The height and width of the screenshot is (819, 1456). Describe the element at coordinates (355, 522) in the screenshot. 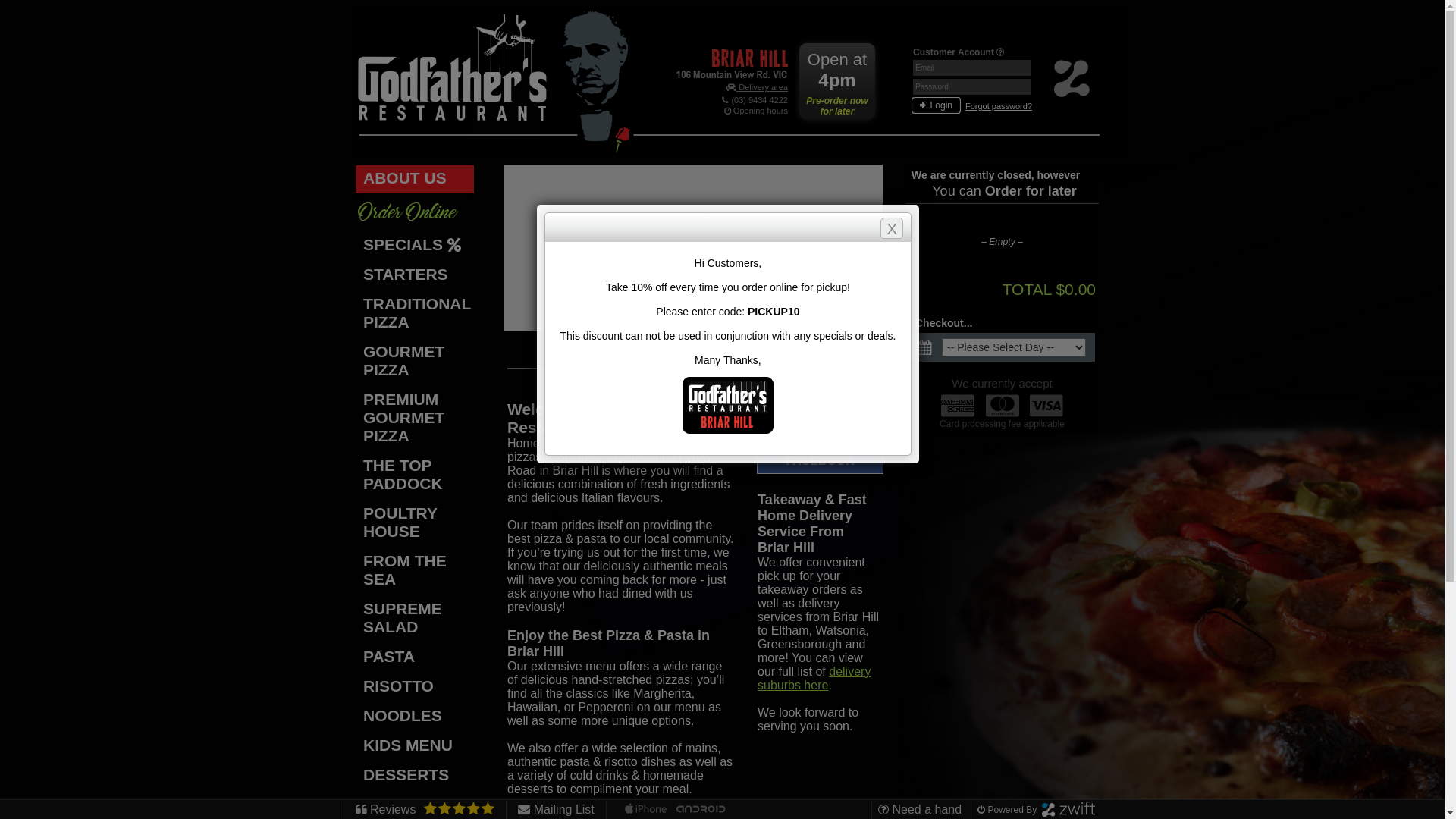

I see `'POULTRY HOUSE'` at that location.